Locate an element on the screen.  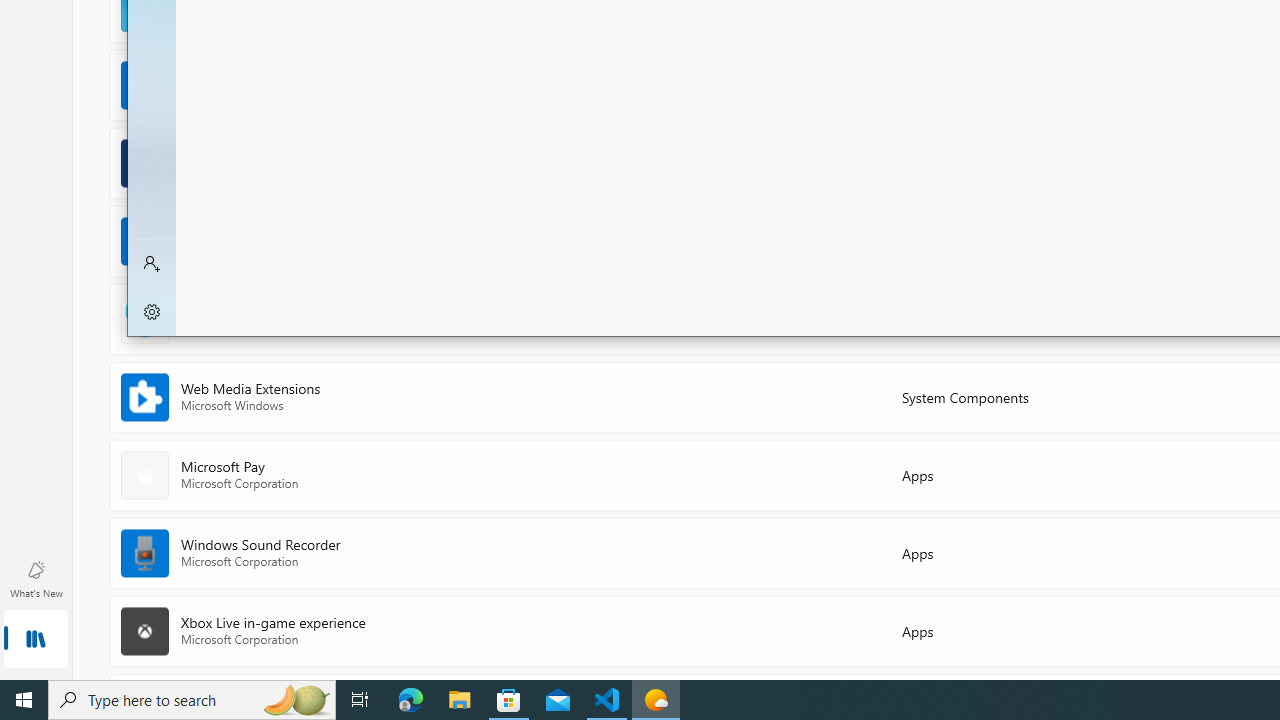
'Microsoft Edge' is located at coordinates (410, 698).